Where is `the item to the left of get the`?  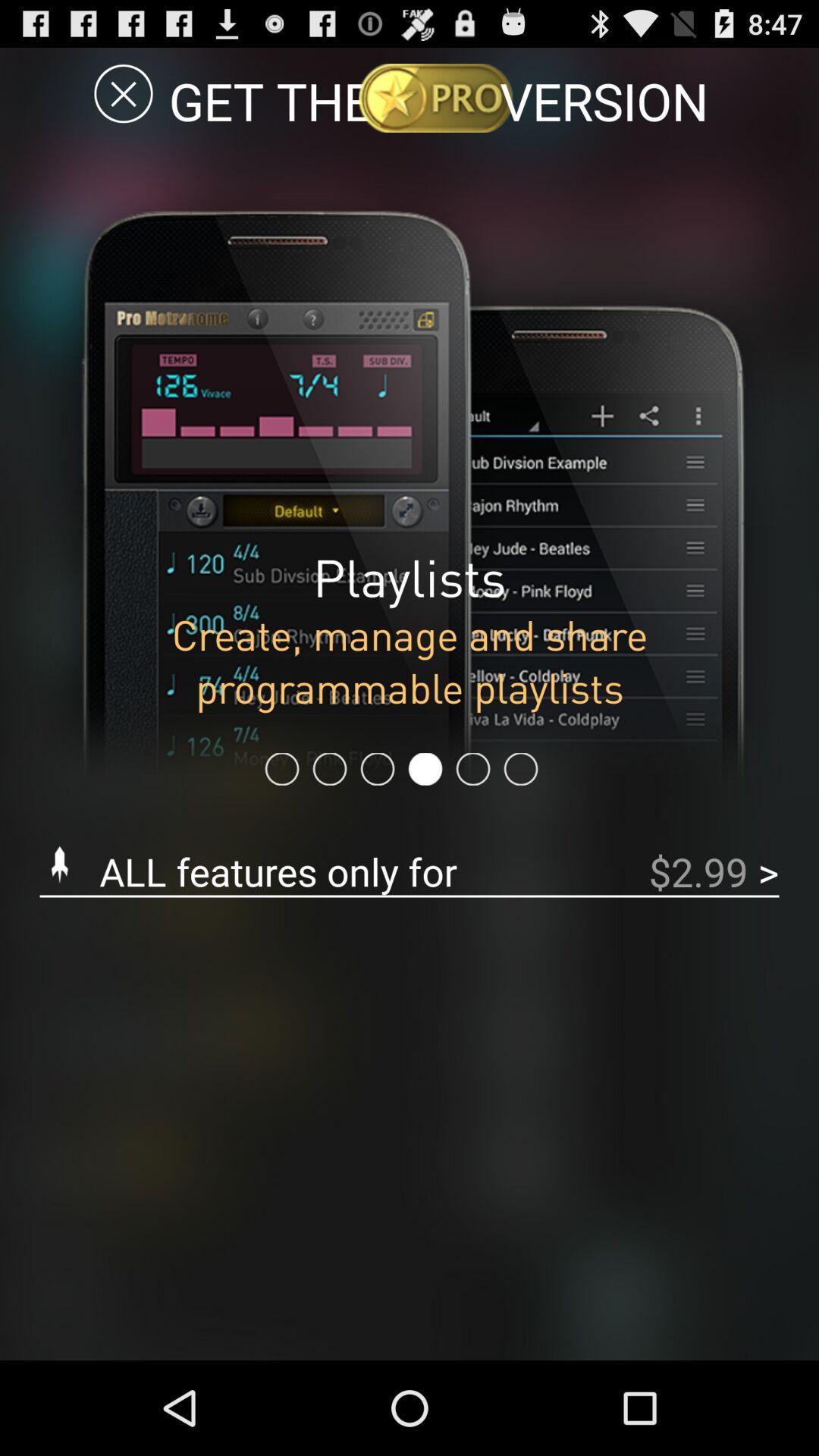
the item to the left of get the is located at coordinates (123, 93).